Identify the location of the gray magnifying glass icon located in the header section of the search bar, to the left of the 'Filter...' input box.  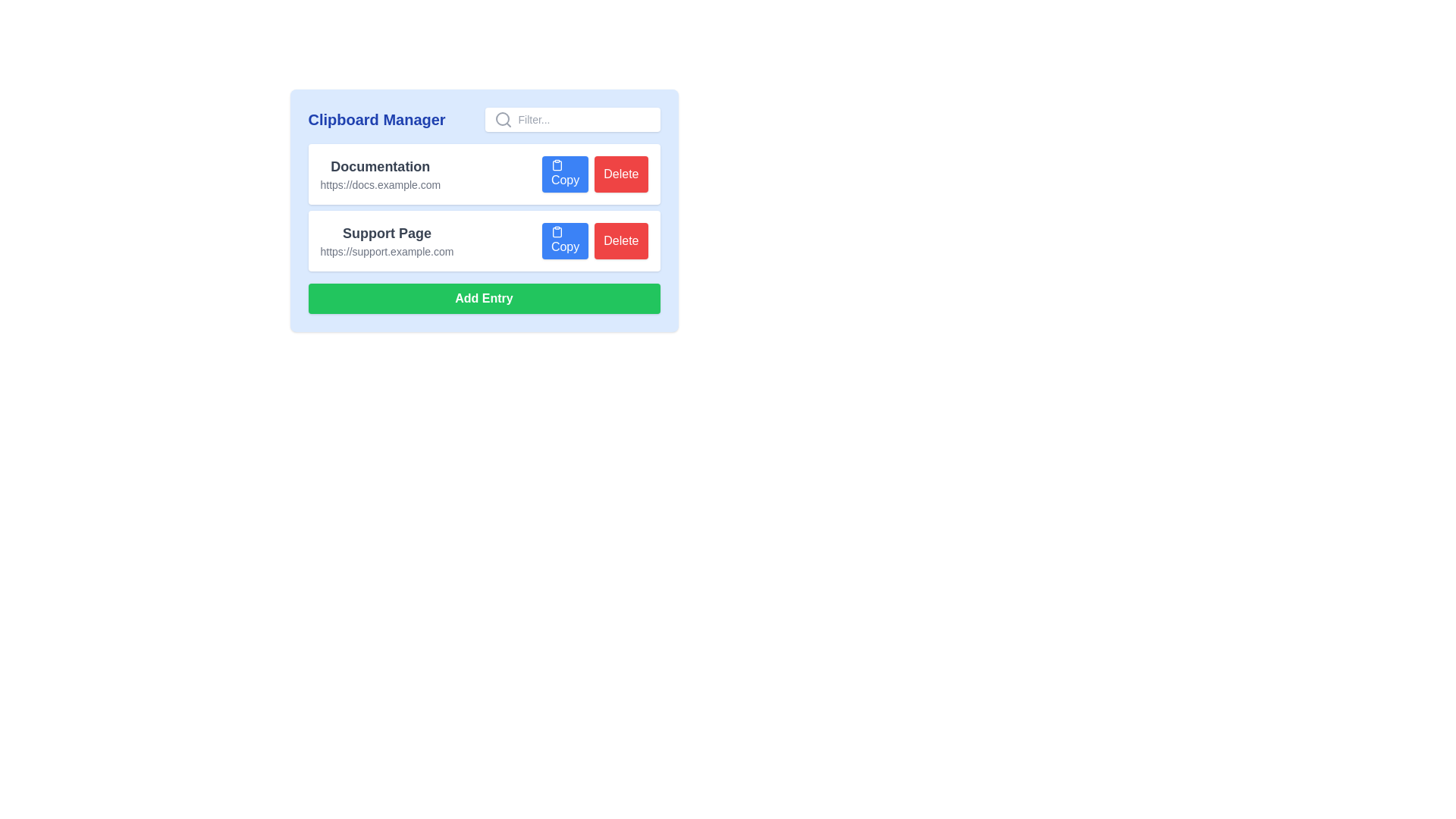
(503, 119).